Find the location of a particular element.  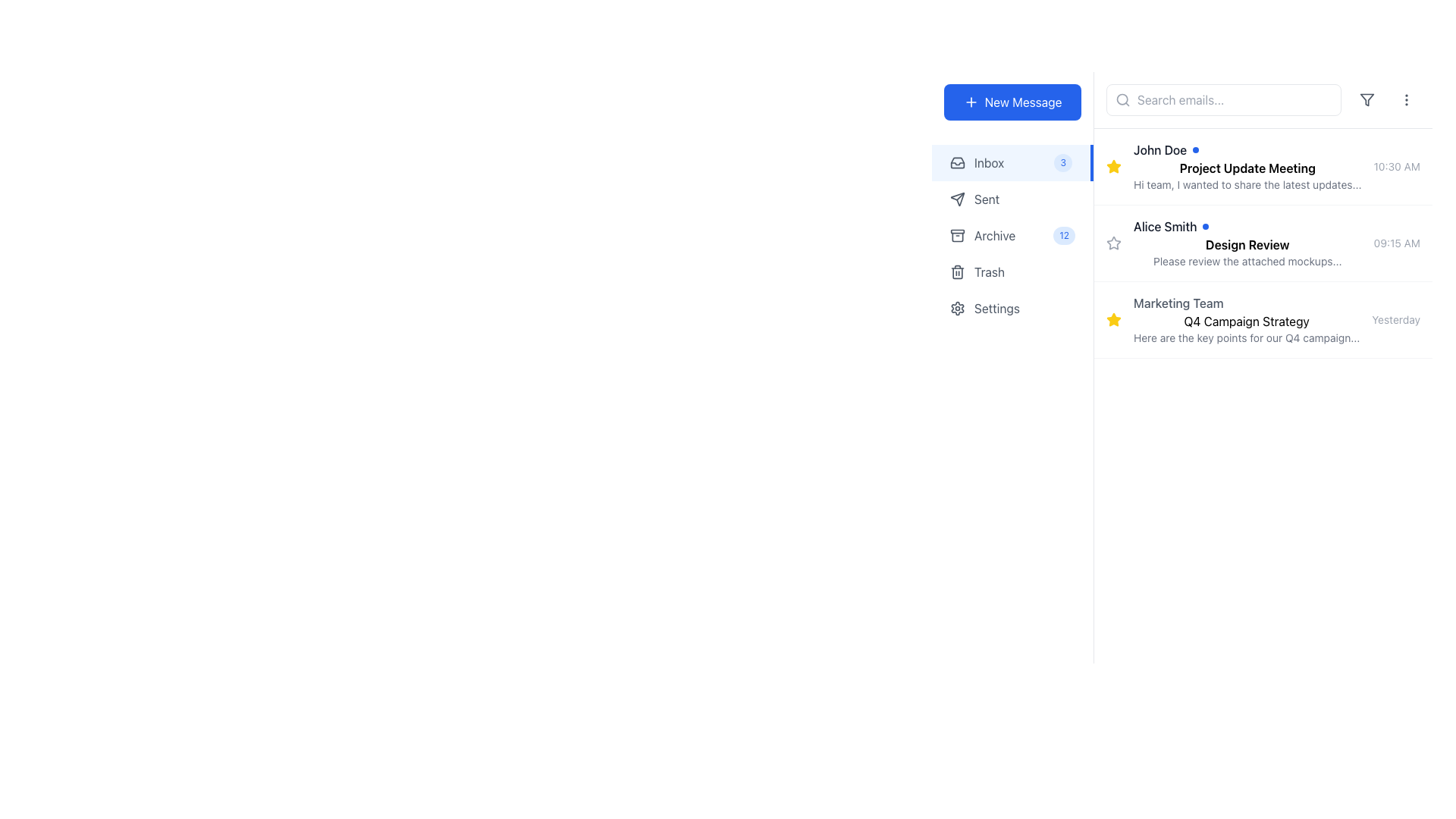

the star icon is located at coordinates (1113, 318).